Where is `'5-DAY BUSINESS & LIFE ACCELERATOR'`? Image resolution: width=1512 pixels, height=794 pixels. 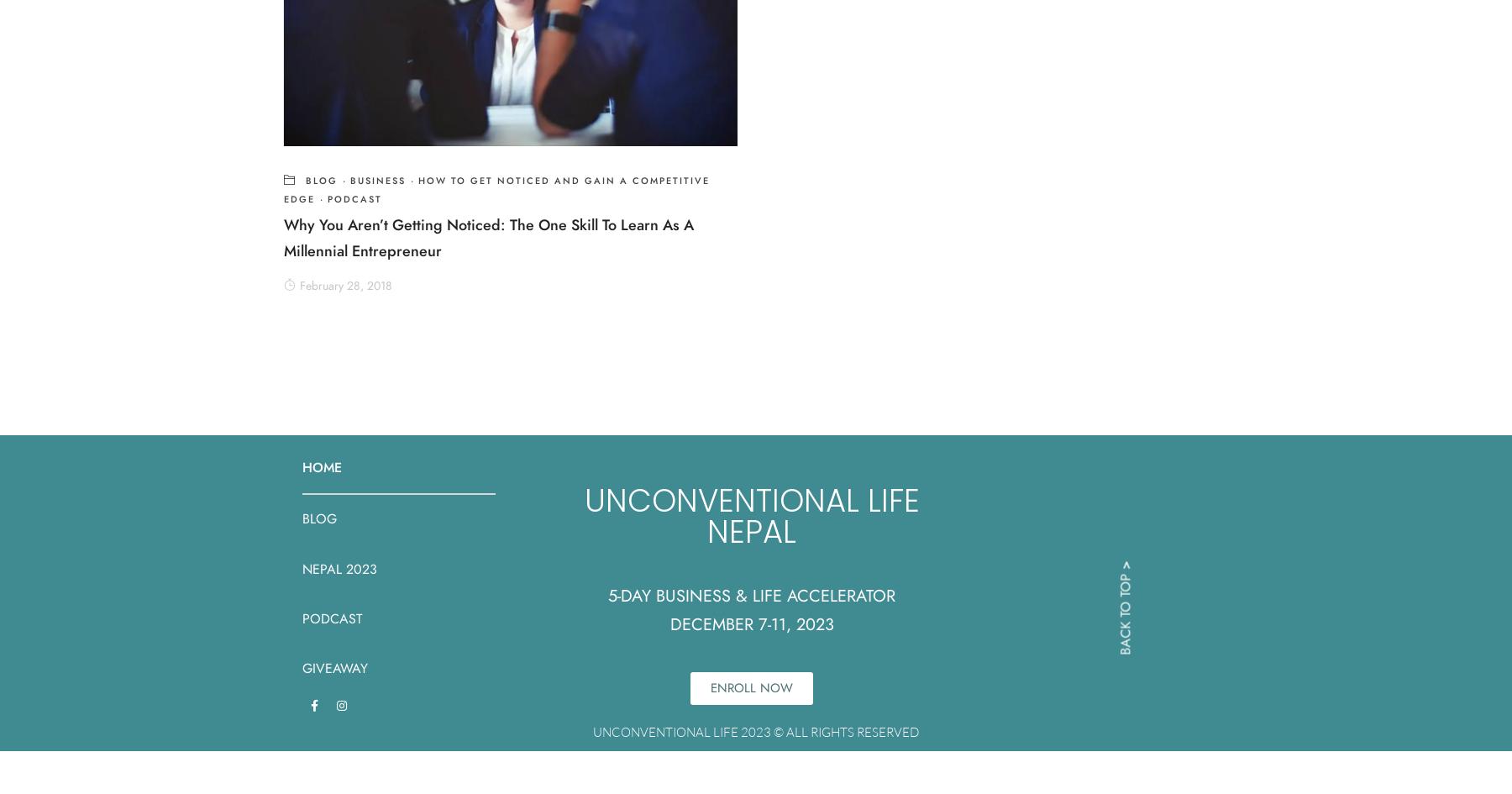
'5-DAY BUSINESS & LIFE ACCELERATOR' is located at coordinates (751, 596).